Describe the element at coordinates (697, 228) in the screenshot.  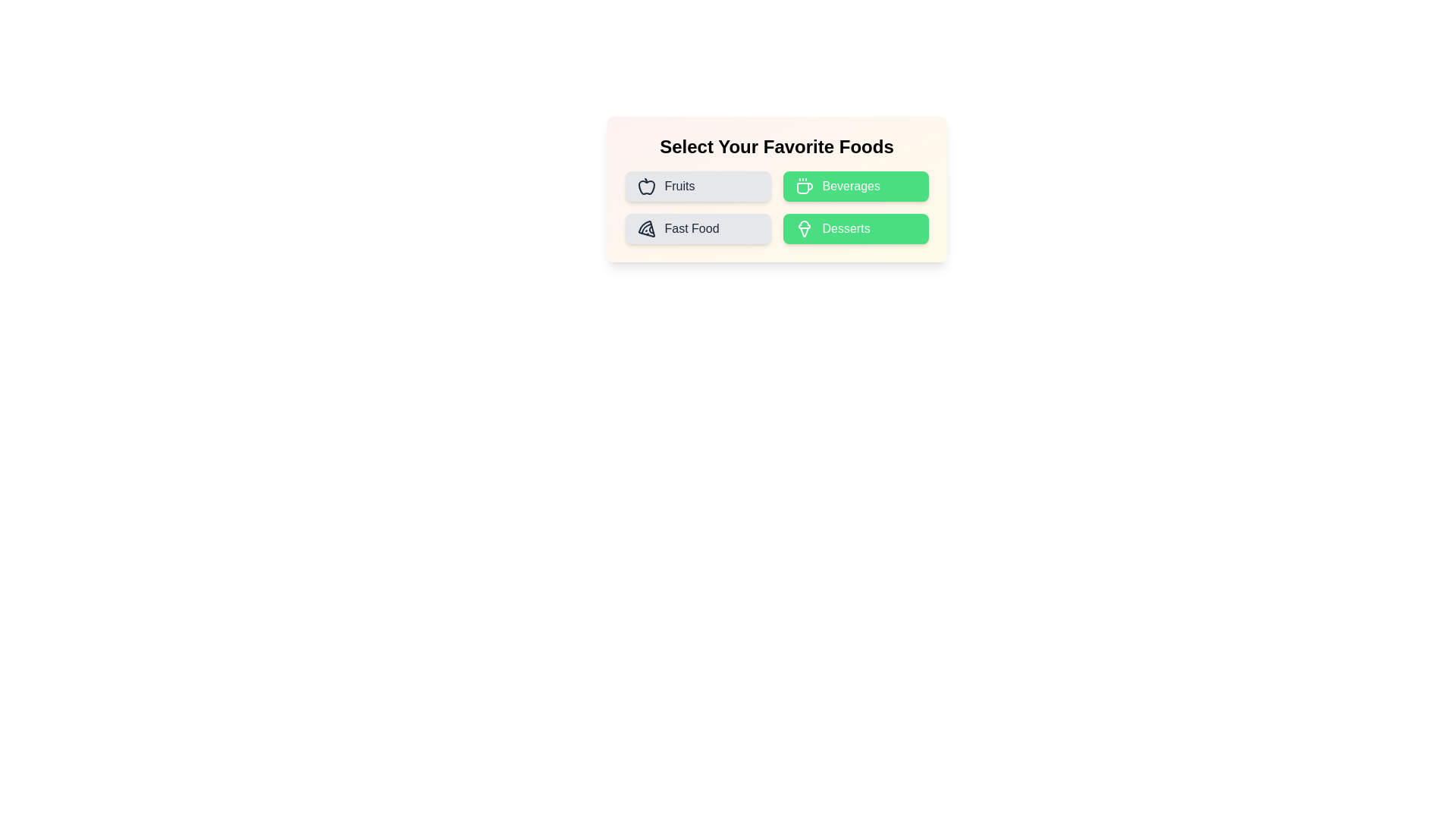
I see `the food category Fast Food by clicking its corresponding button` at that location.